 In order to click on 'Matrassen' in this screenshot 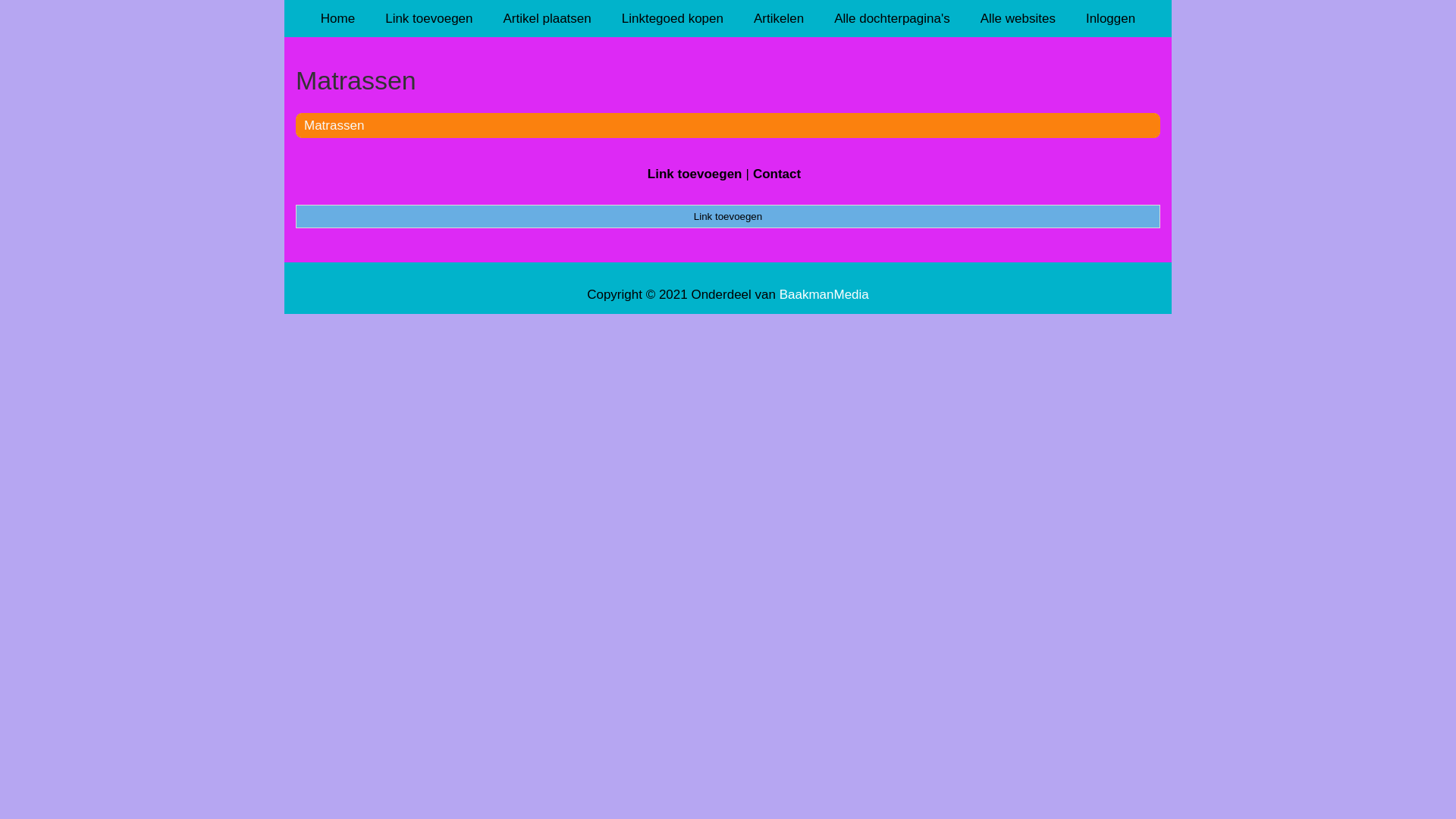, I will do `click(333, 124)`.